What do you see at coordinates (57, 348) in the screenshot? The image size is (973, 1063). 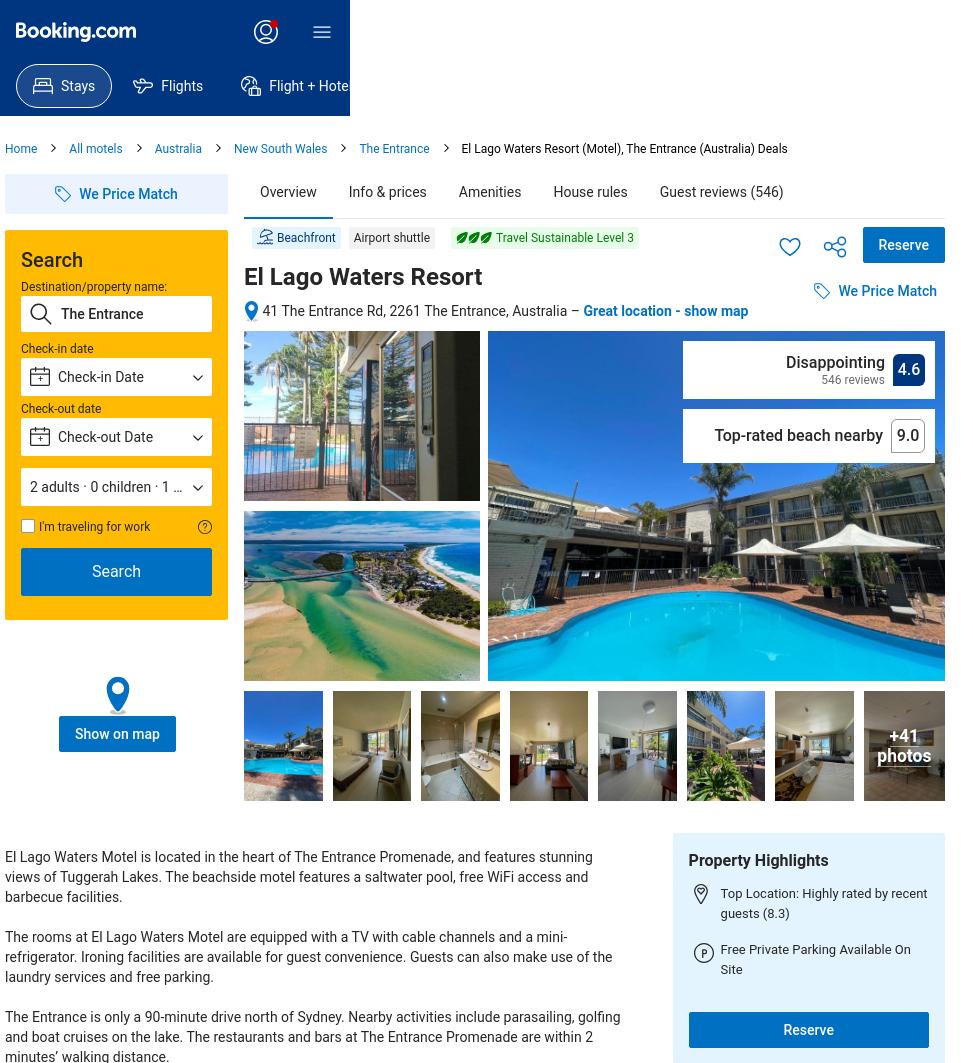 I see `'Check-in date'` at bounding box center [57, 348].